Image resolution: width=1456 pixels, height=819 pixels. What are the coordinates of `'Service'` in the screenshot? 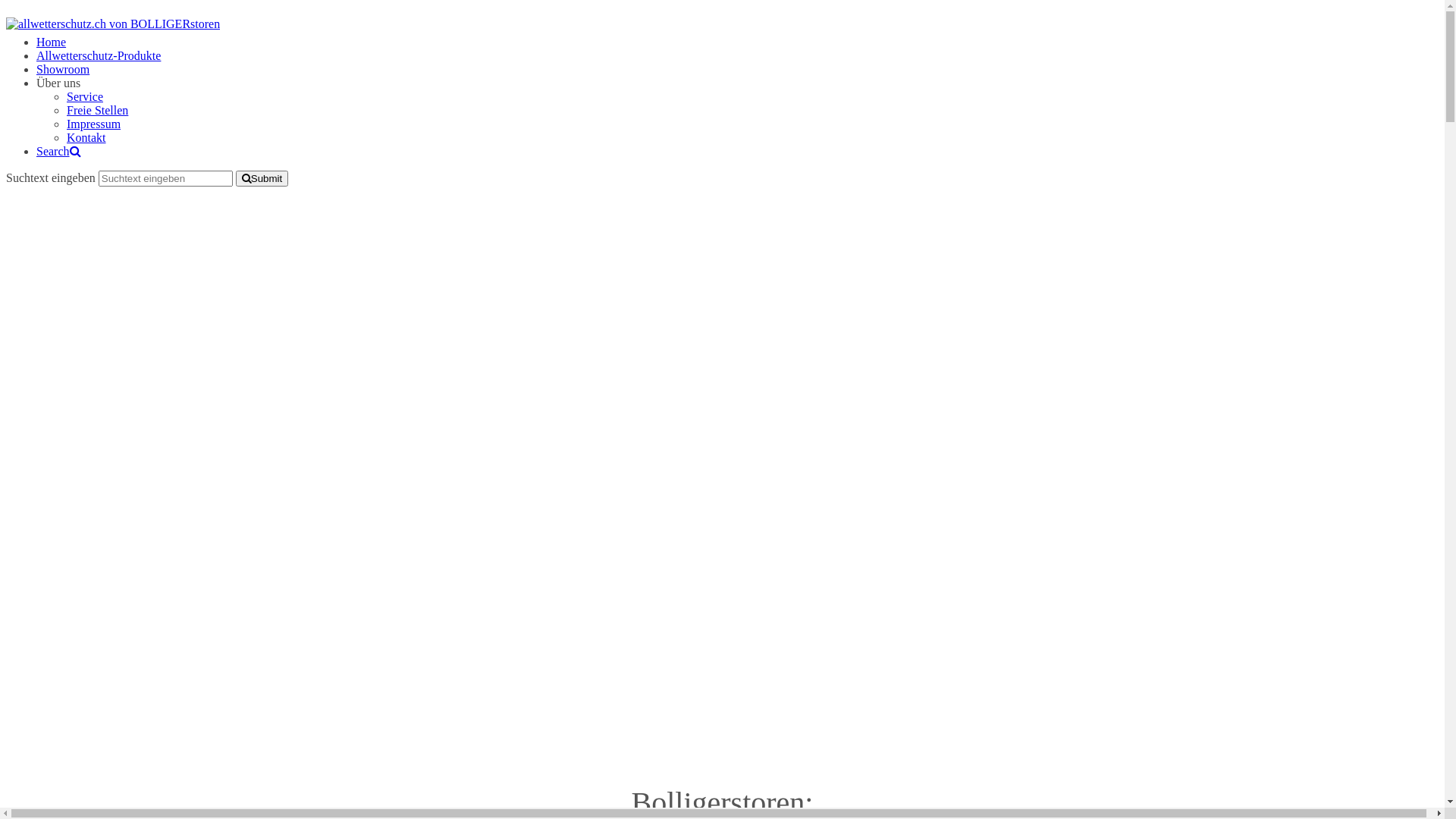 It's located at (83, 96).